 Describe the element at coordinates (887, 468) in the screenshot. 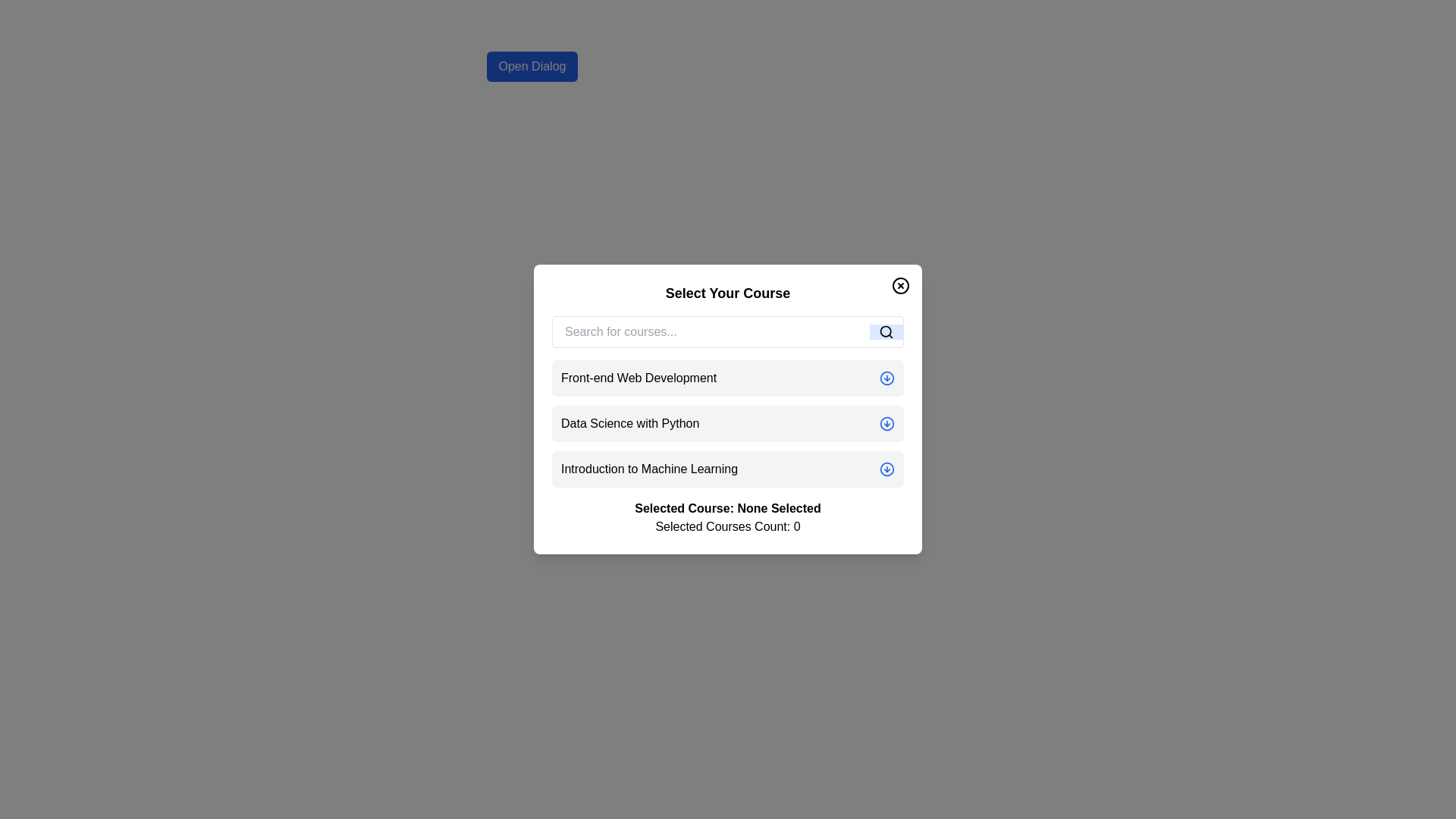

I see `the decorative circle element within the icon, which features a downward arrow and is located to the far right of the 'Introduction to Machine Learning' option` at that location.